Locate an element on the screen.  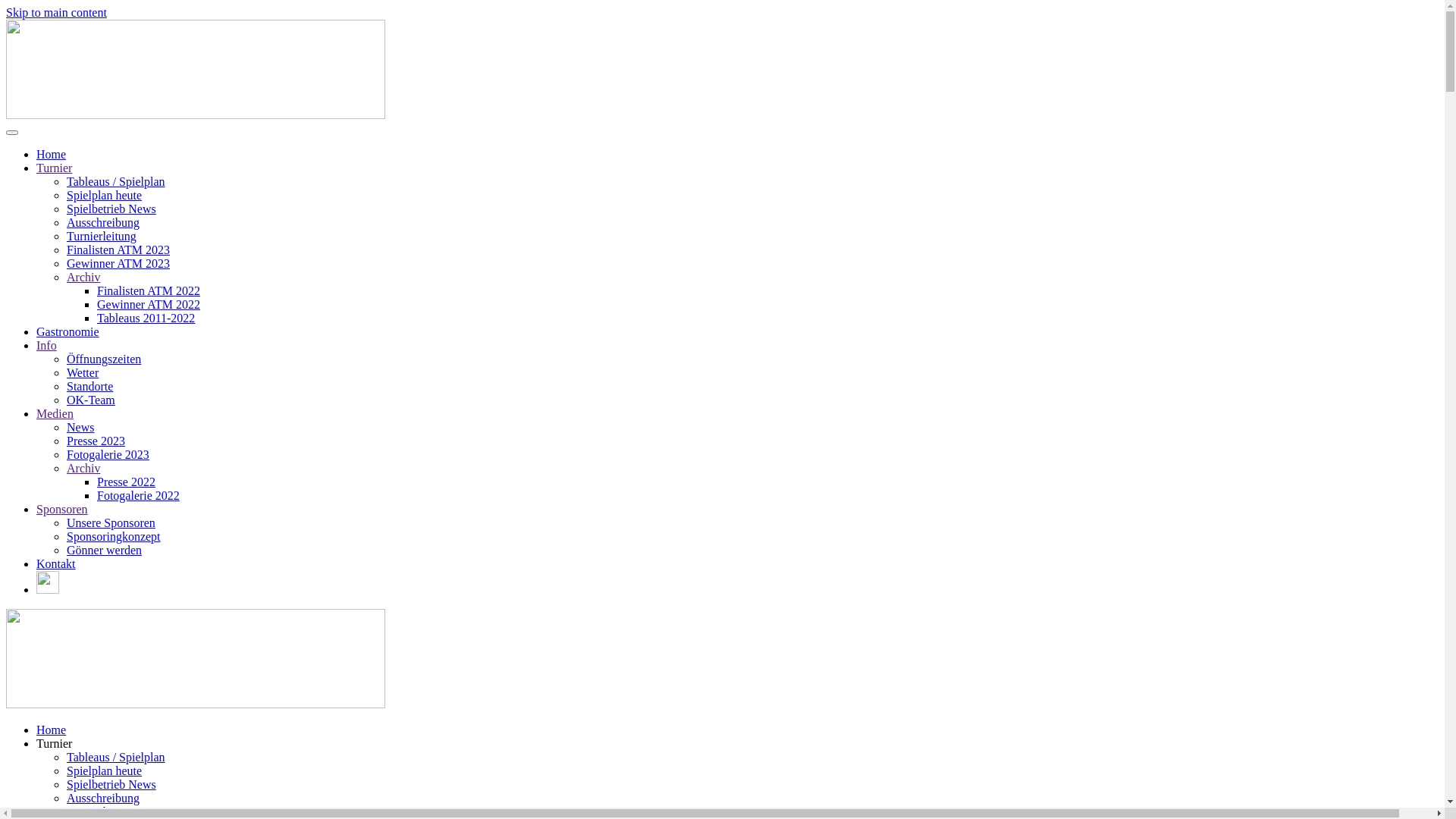
'Turnier' is located at coordinates (54, 742).